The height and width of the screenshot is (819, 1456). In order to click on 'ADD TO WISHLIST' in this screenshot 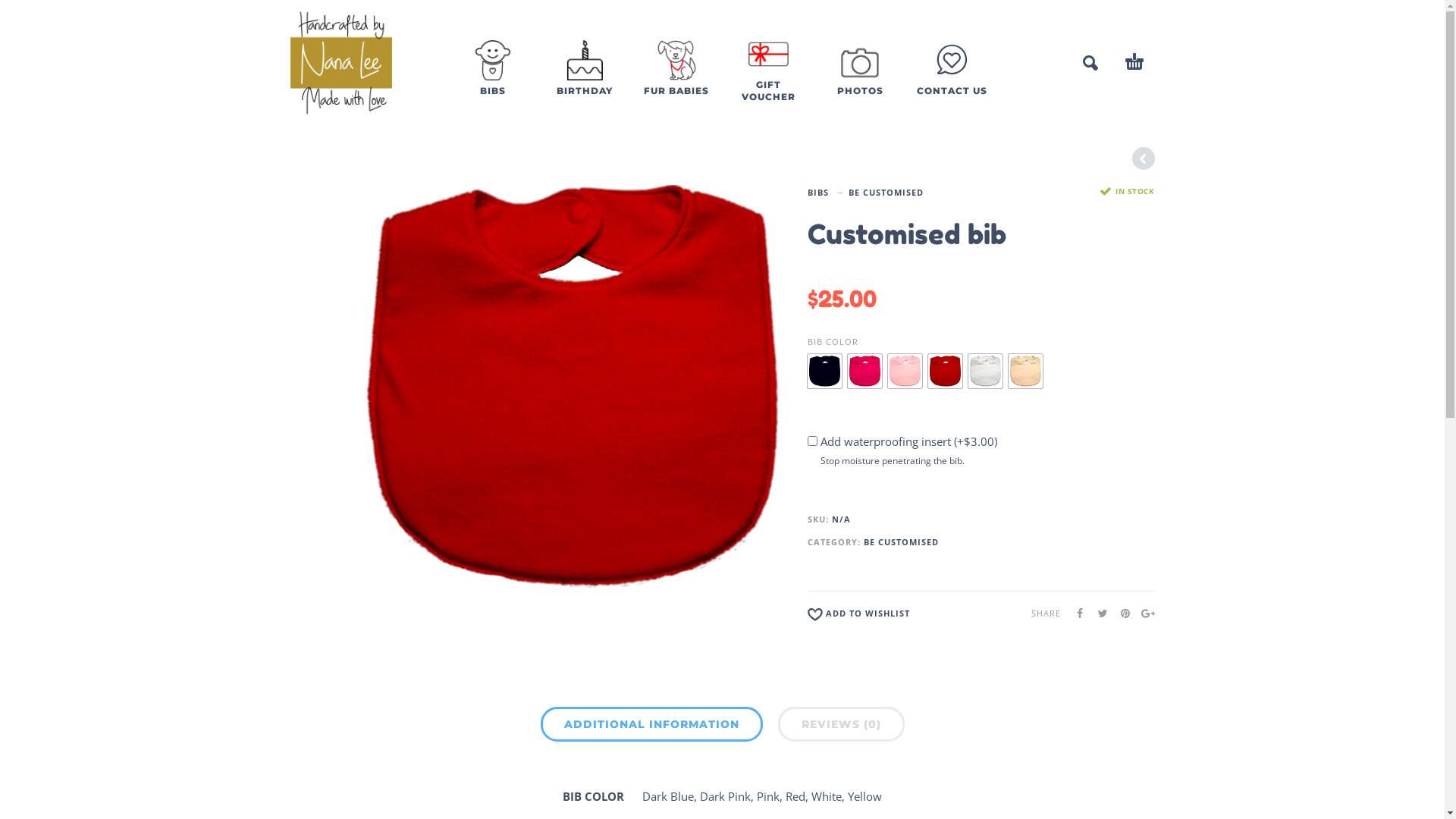, I will do `click(858, 616)`.